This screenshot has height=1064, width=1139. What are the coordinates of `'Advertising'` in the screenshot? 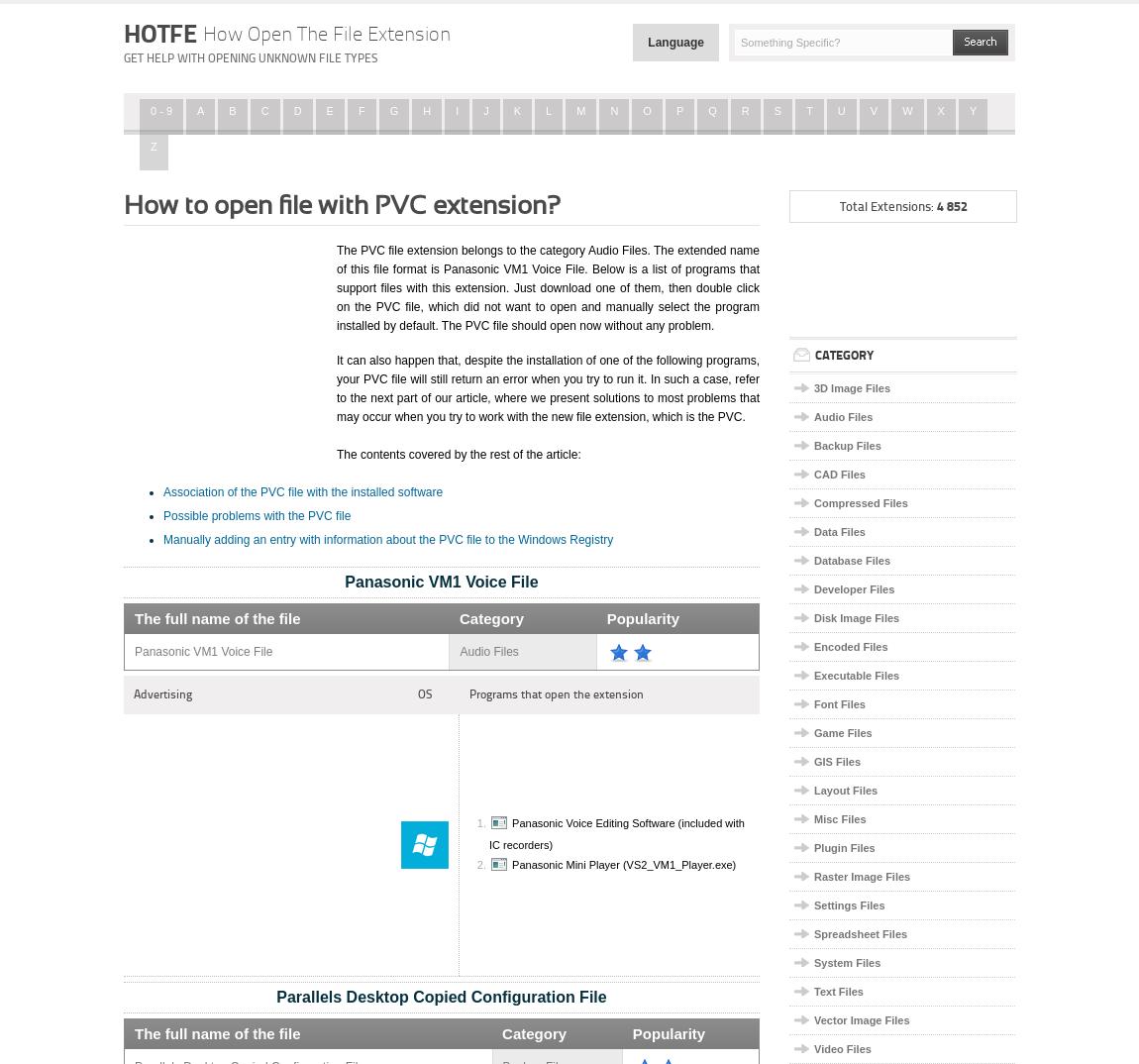 It's located at (133, 693).